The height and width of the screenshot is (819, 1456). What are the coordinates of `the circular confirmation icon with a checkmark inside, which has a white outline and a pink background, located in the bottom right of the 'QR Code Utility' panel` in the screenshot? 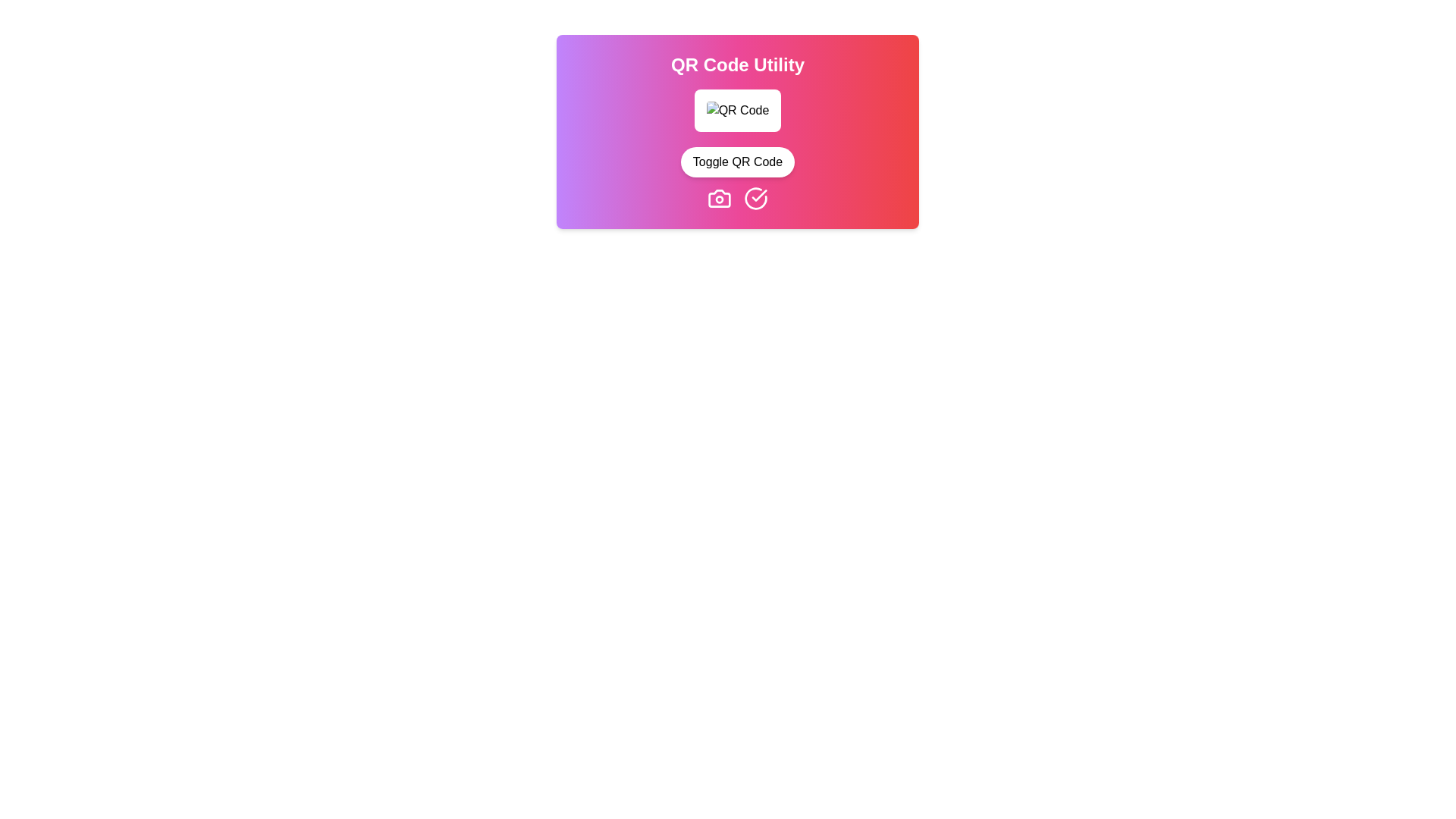 It's located at (756, 198).